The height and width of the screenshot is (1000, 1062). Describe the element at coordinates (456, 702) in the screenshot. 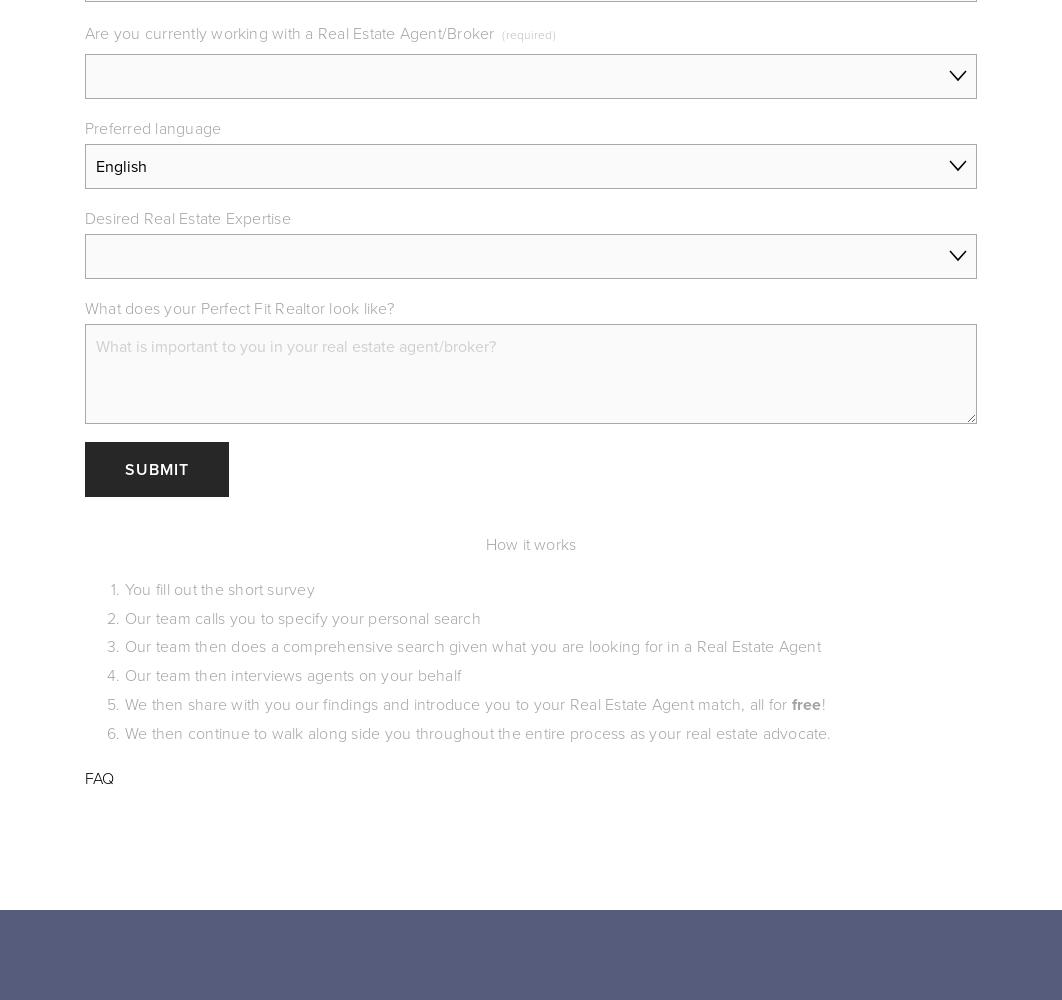

I see `'We then share with you our findings and introduce you to your Real Estate Agent match, all for'` at that location.